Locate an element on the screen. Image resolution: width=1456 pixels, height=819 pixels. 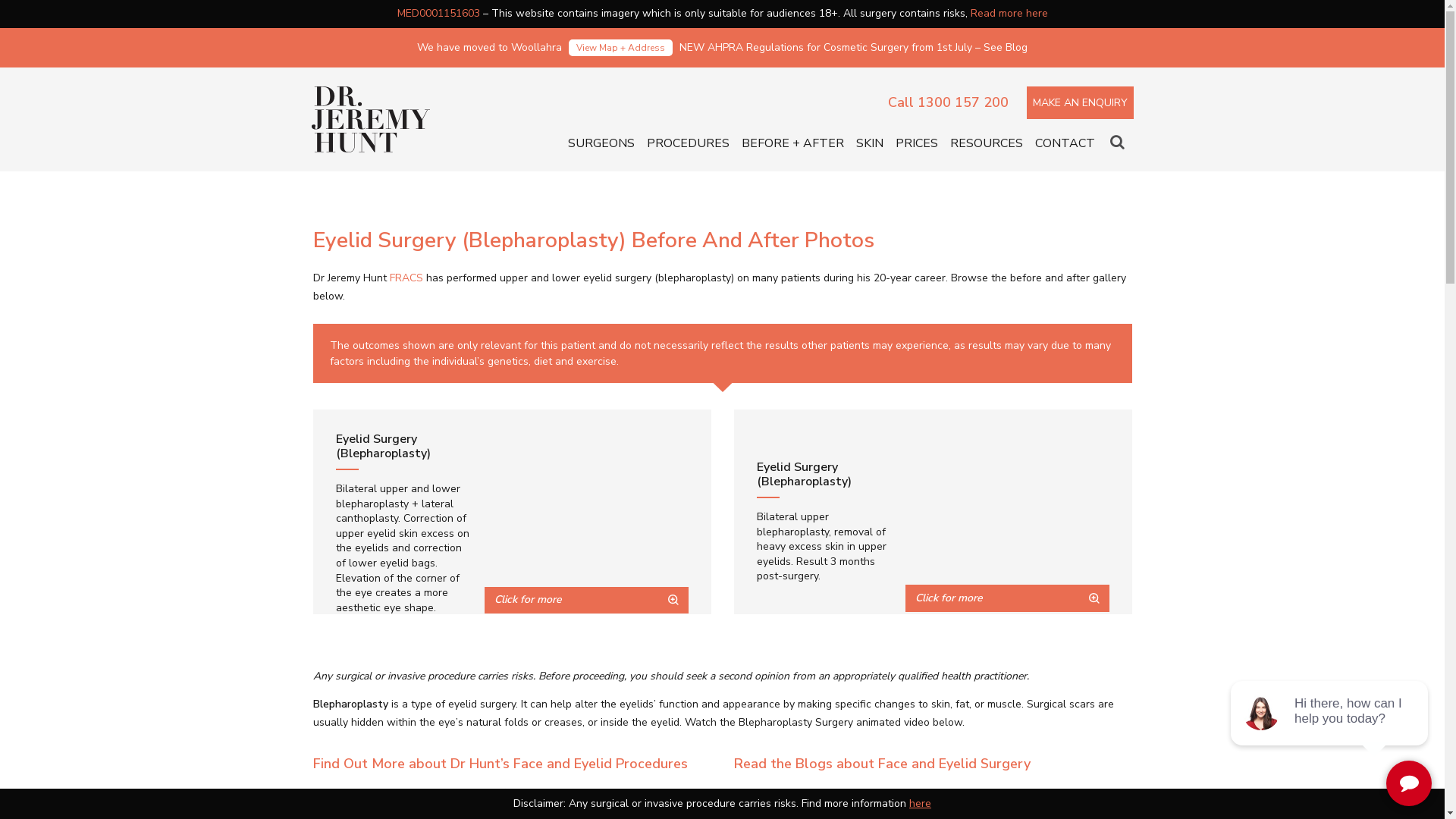
'FRACS' is located at coordinates (406, 278).